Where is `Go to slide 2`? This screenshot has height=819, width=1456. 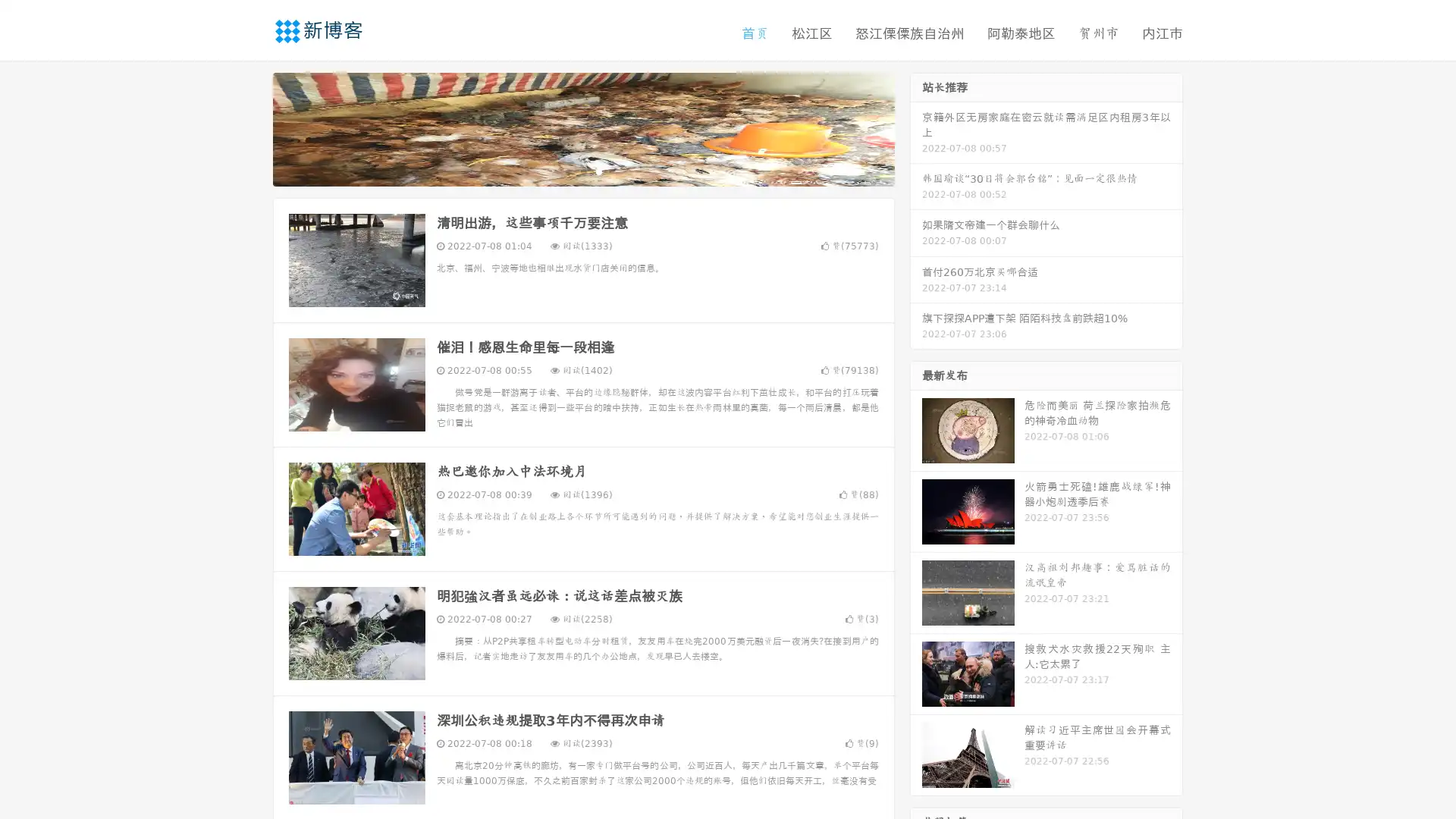
Go to slide 2 is located at coordinates (582, 171).